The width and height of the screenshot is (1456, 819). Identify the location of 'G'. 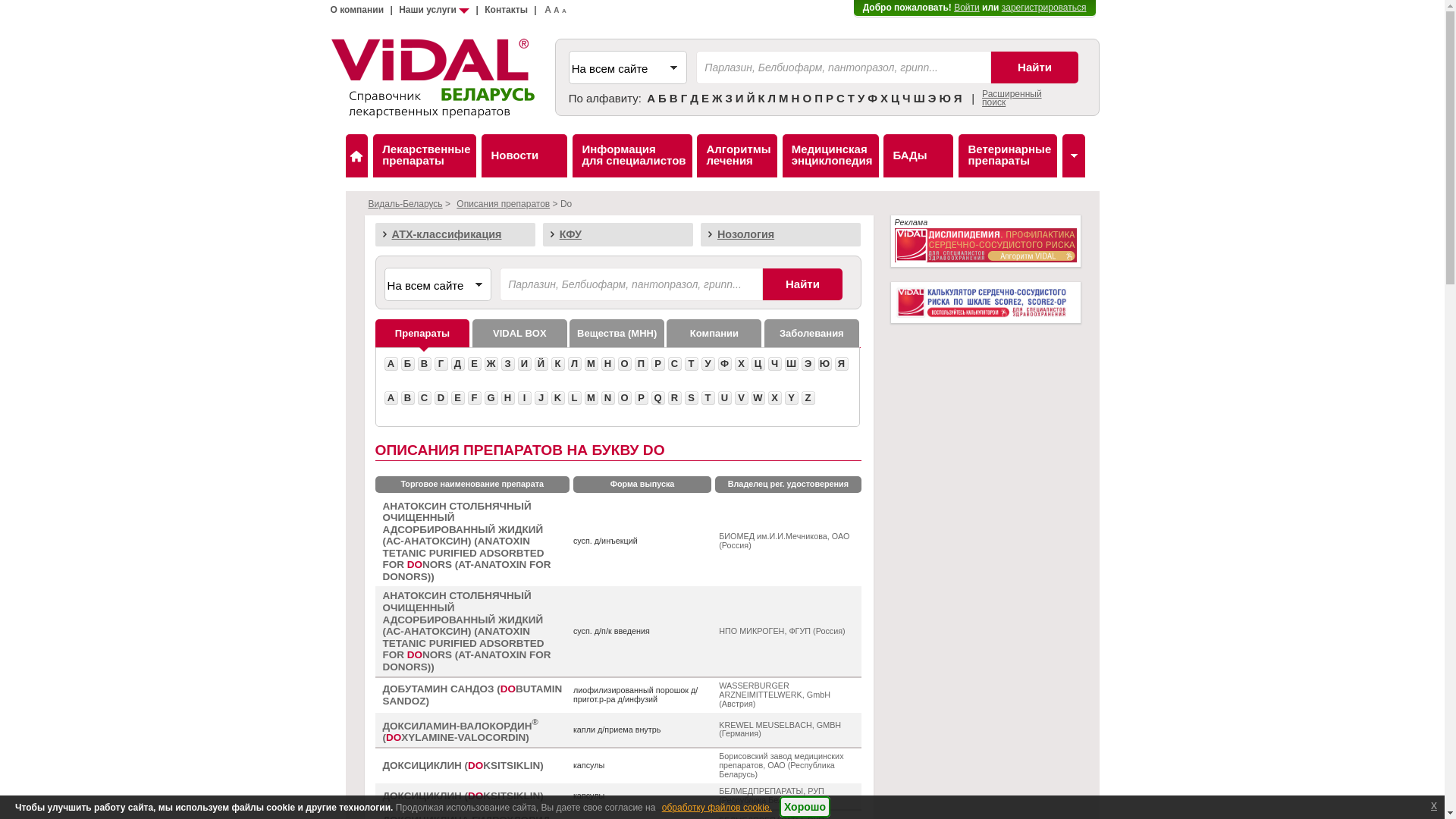
(491, 397).